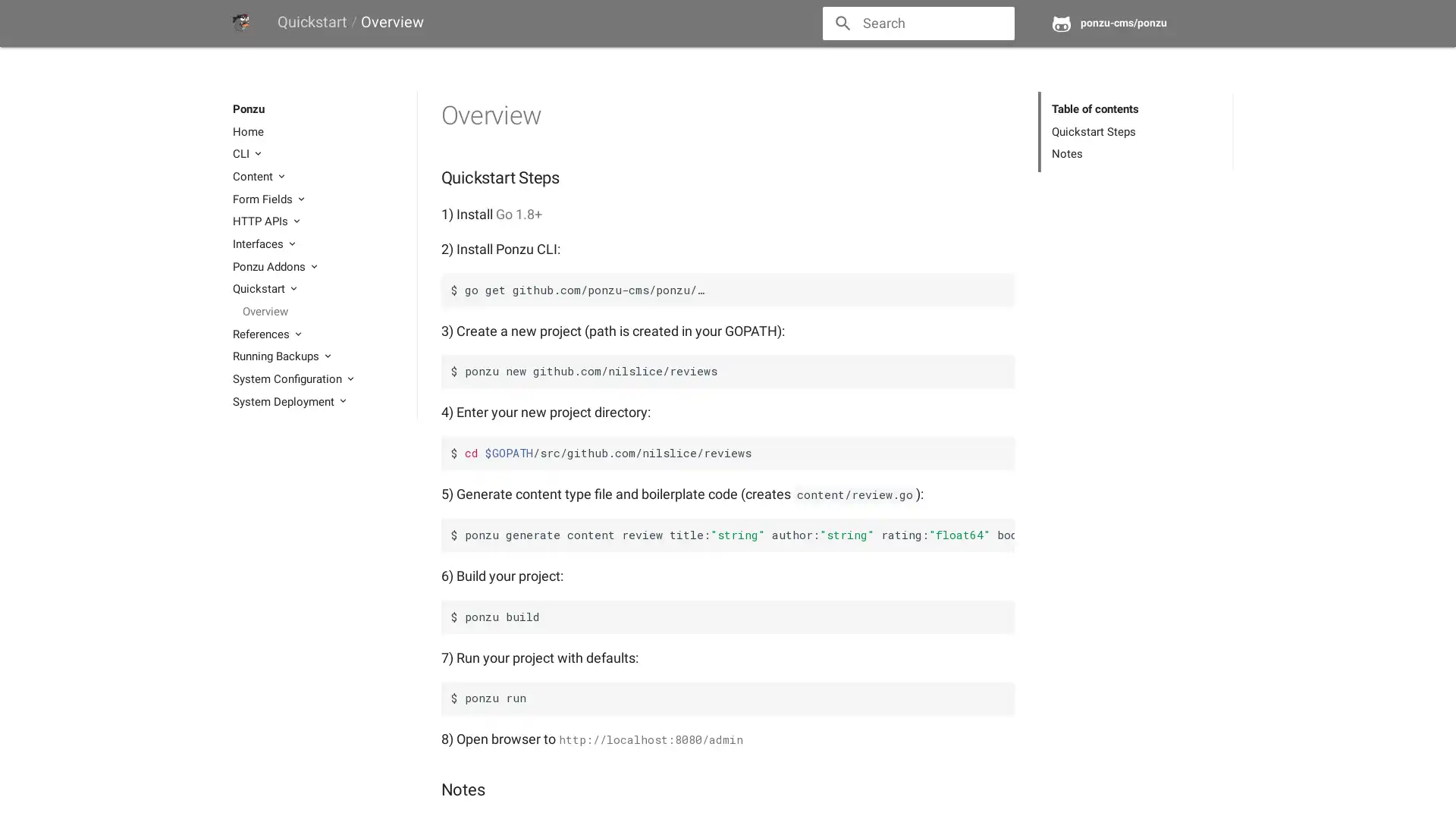  What do you see at coordinates (994, 23) in the screenshot?
I see `close` at bounding box center [994, 23].